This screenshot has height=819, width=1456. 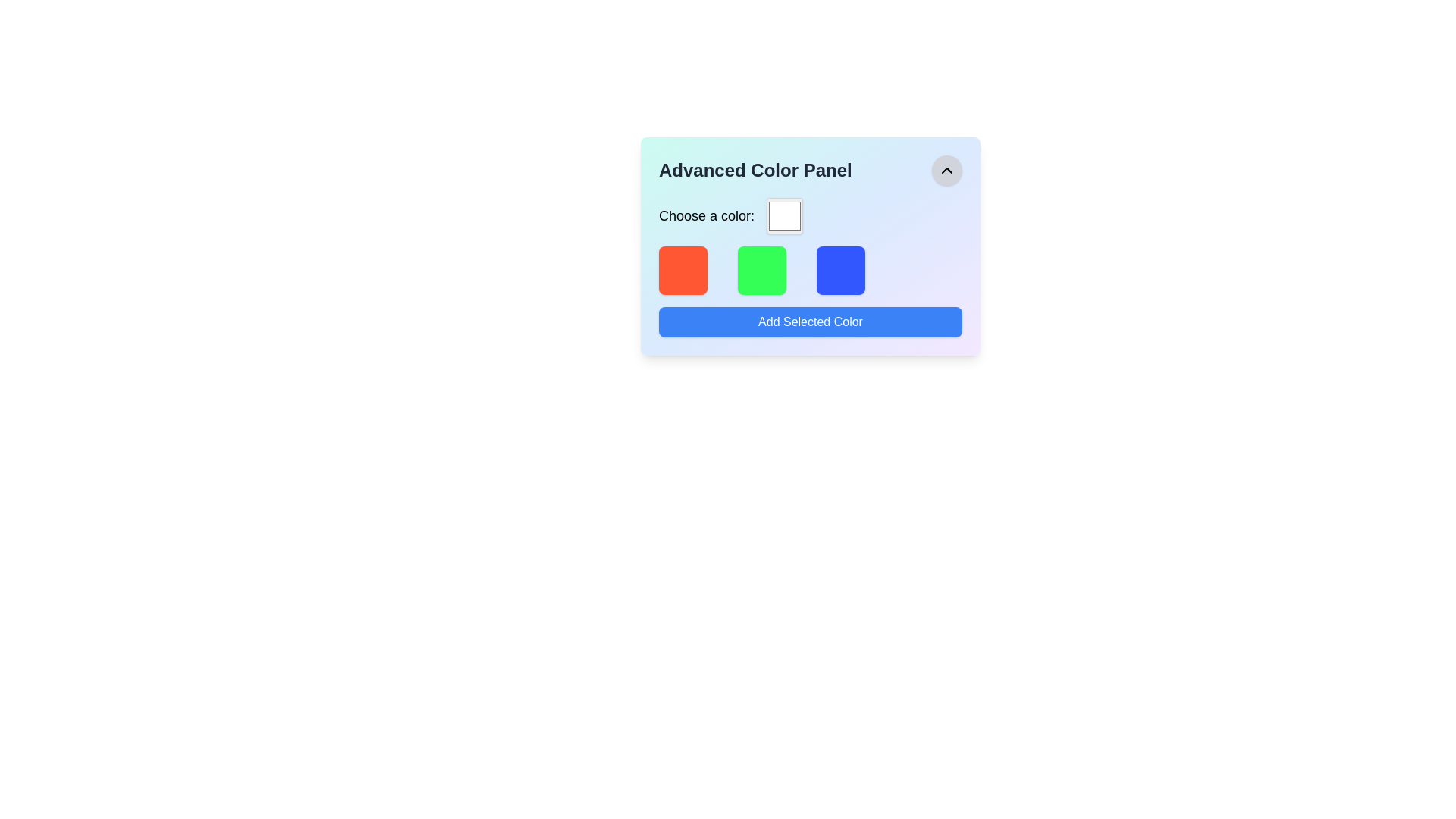 What do you see at coordinates (839, 270) in the screenshot?
I see `the Color representation block, which is a square-shaped element with a blue background and rounded corners, the third element in a row of four squares within the Advanced Color Panel interface` at bounding box center [839, 270].